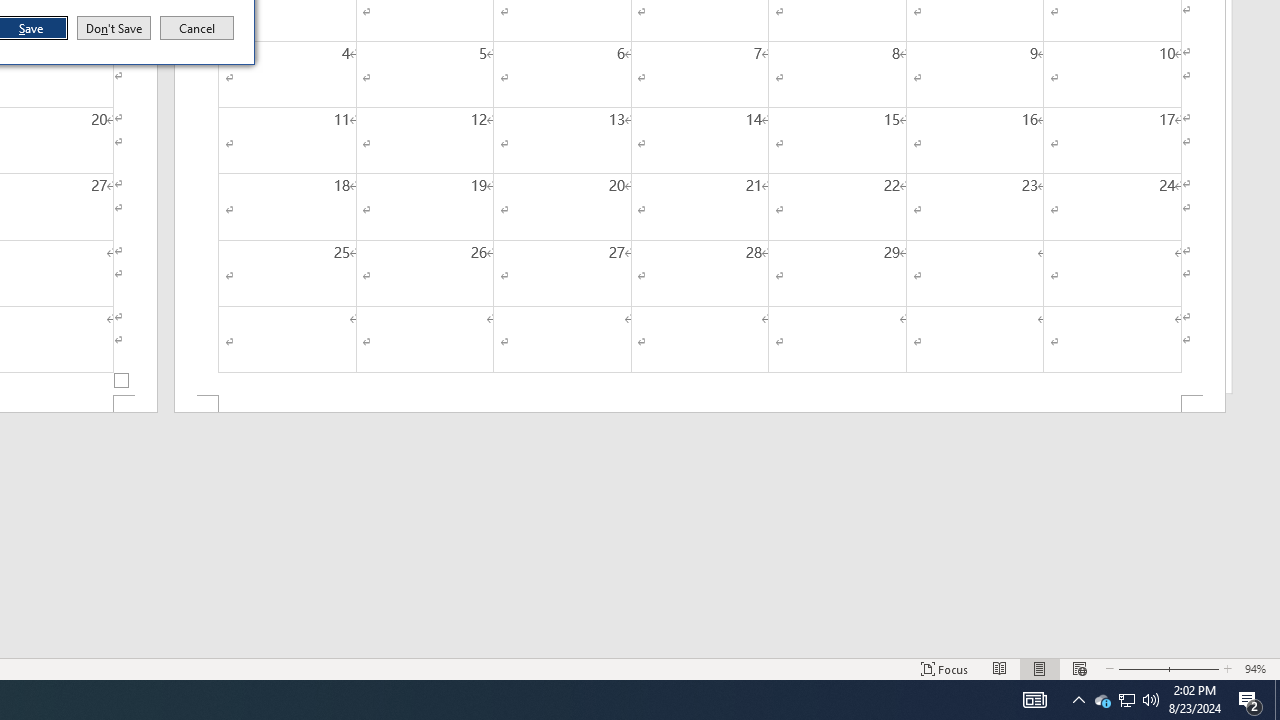  What do you see at coordinates (1127, 698) in the screenshot?
I see `'Notification Chevron'` at bounding box center [1127, 698].